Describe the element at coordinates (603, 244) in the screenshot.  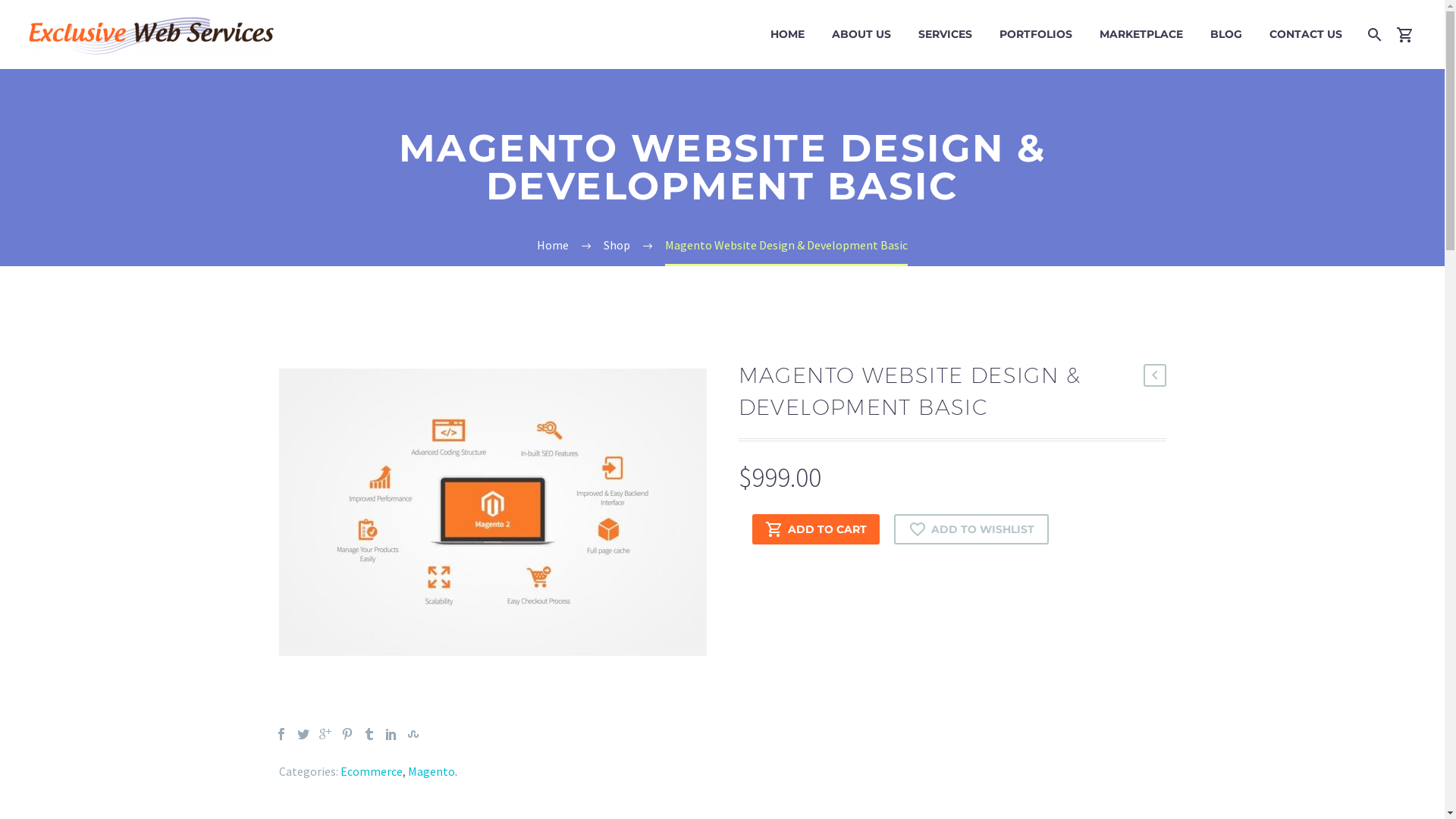
I see `'Shop'` at that location.